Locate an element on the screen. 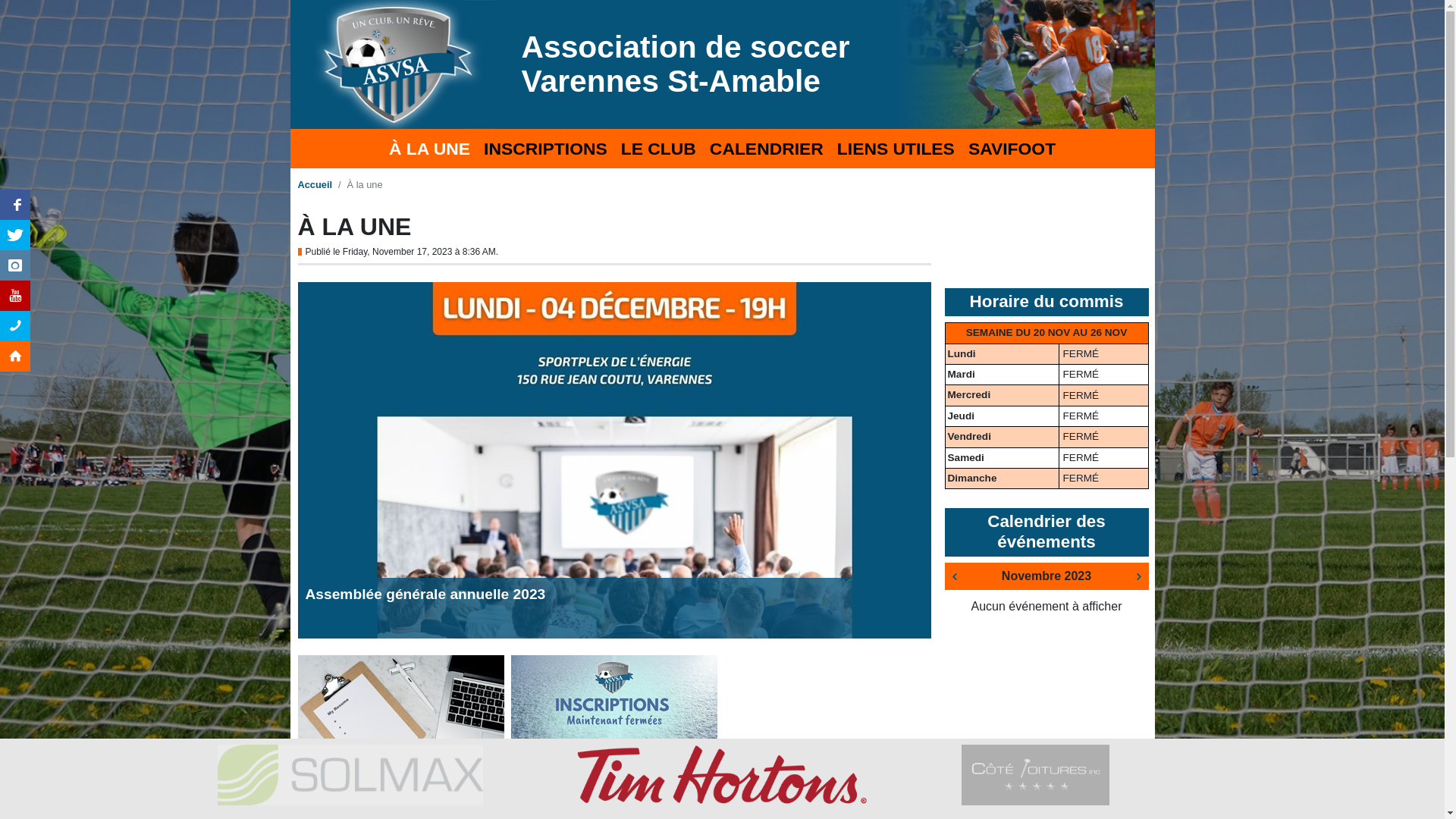 The height and width of the screenshot is (819, 1456). 'LE CLUB' is located at coordinates (658, 149).